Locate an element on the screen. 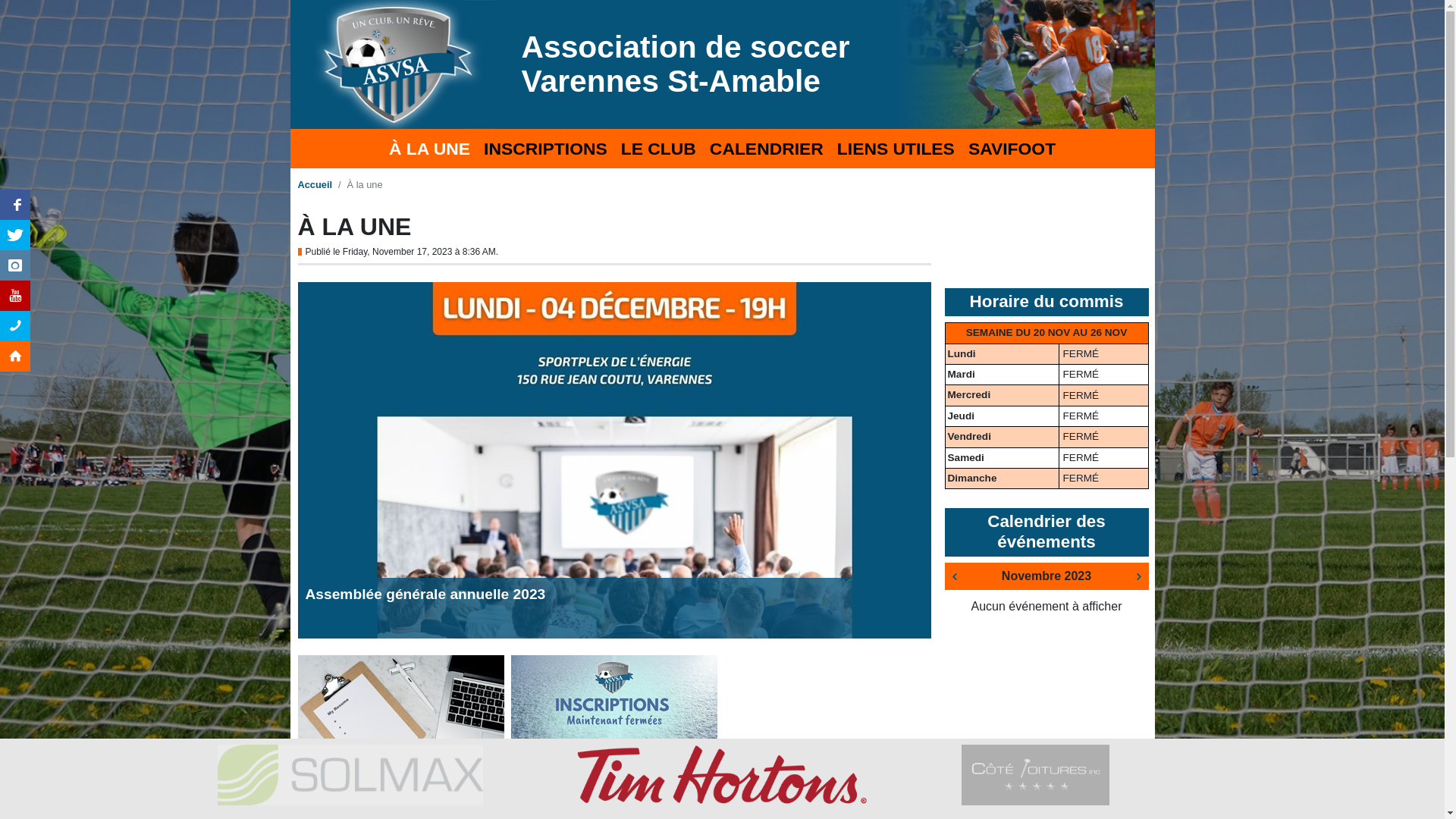 The height and width of the screenshot is (819, 1456). 'LE CLUB' is located at coordinates (658, 149).